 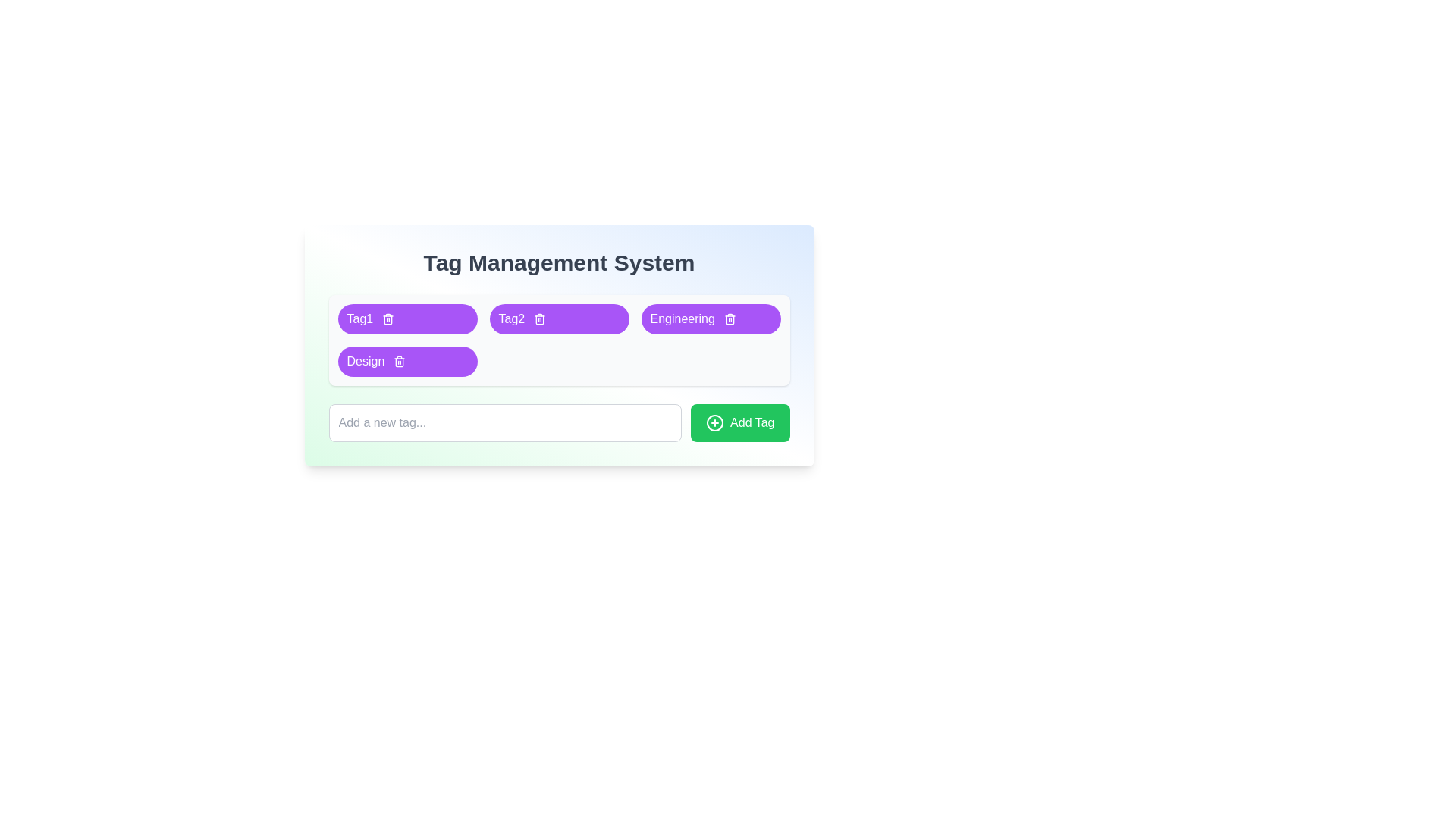 What do you see at coordinates (400, 362) in the screenshot?
I see `the trash bin icon button located in the fourth tag pill of the second row, next to the 'Design [Remove]' text label` at bounding box center [400, 362].